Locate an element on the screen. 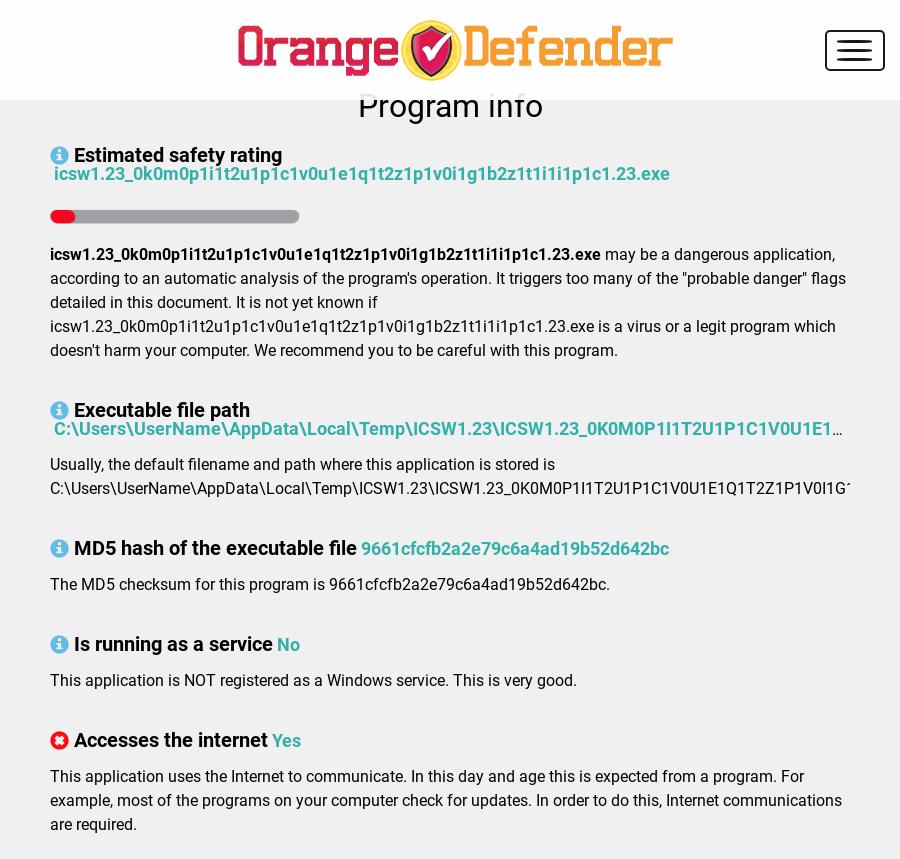 Image resolution: width=900 pixels, height=859 pixels. 'may be a dangerous application, according to an automatic analysis of the program's operation. It triggers too many of the "probable danger" flags detailed in this document. It is not yet known if icsw1.23_0k0m0p1i1t2u1p1c1v0u1e1q1t2z1p1v0i1g1b2z1t1i1i1p1c1.23.exe is a virus or a legit program which doesn't harm your computer. We recommend you to be careful with this program.' is located at coordinates (49, 302).